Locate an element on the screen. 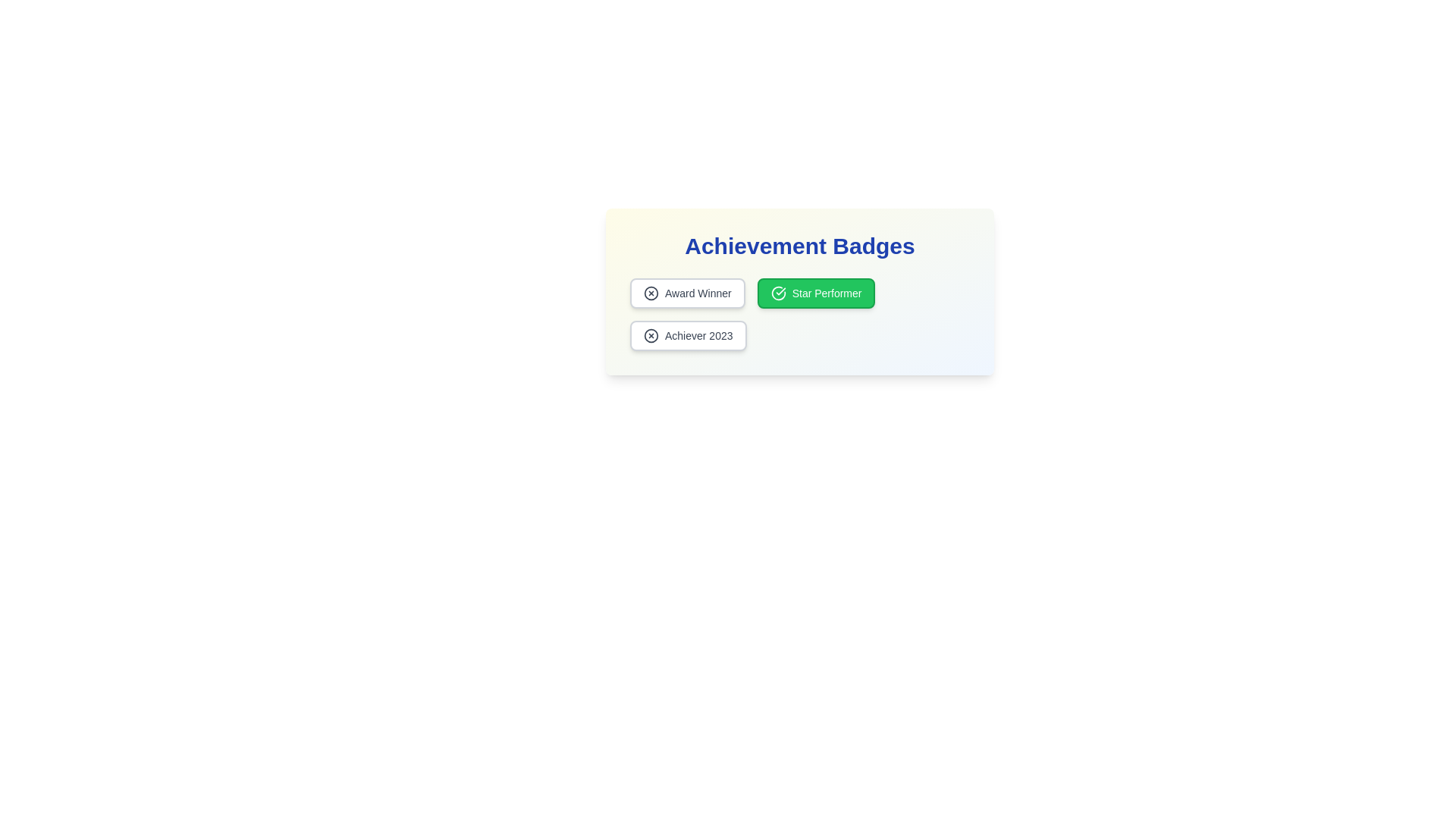  the badge labeled Star Performer to observe its hover effect is located at coordinates (815, 293).